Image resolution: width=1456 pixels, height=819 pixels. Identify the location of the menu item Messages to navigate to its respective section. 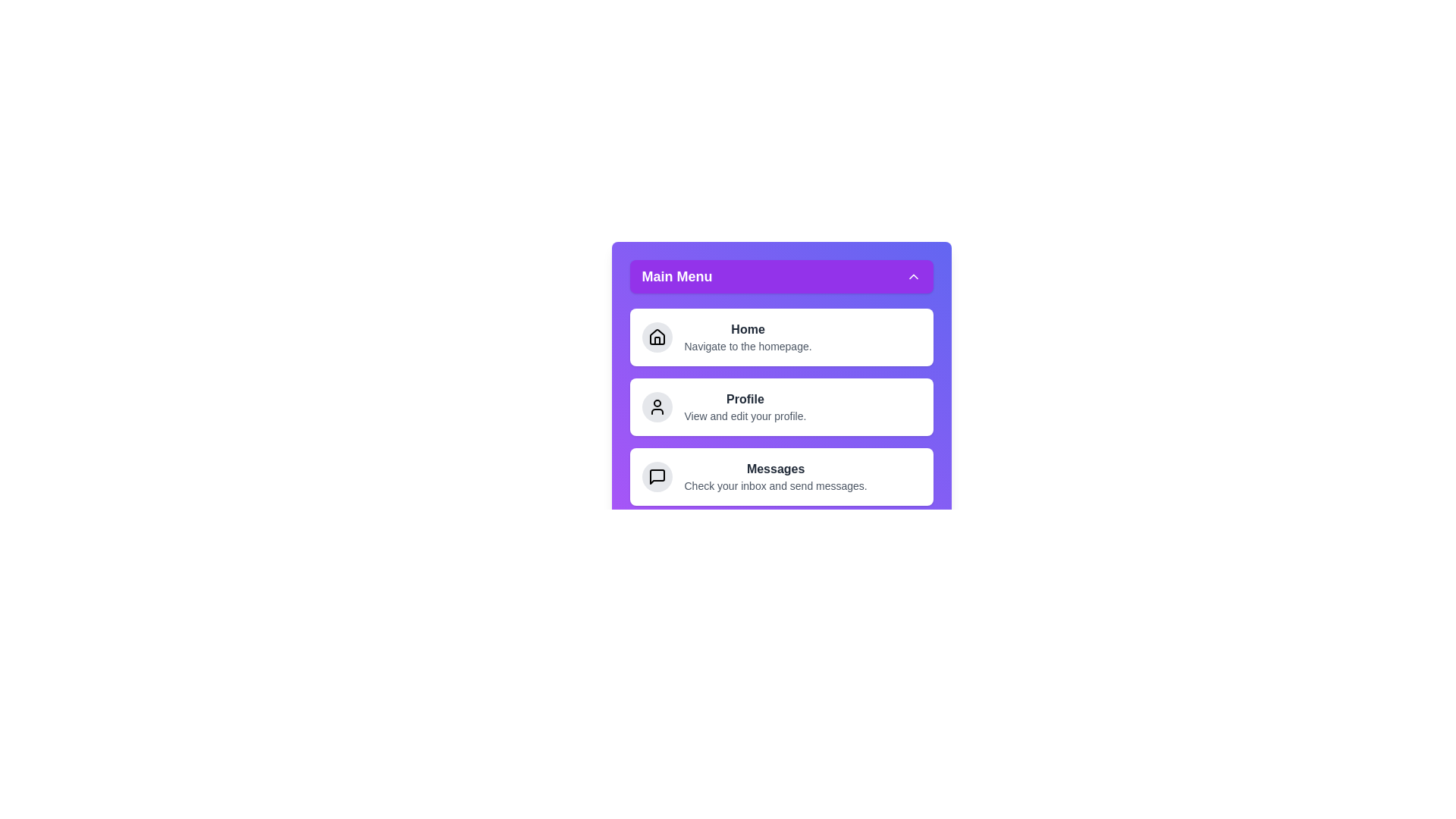
(781, 475).